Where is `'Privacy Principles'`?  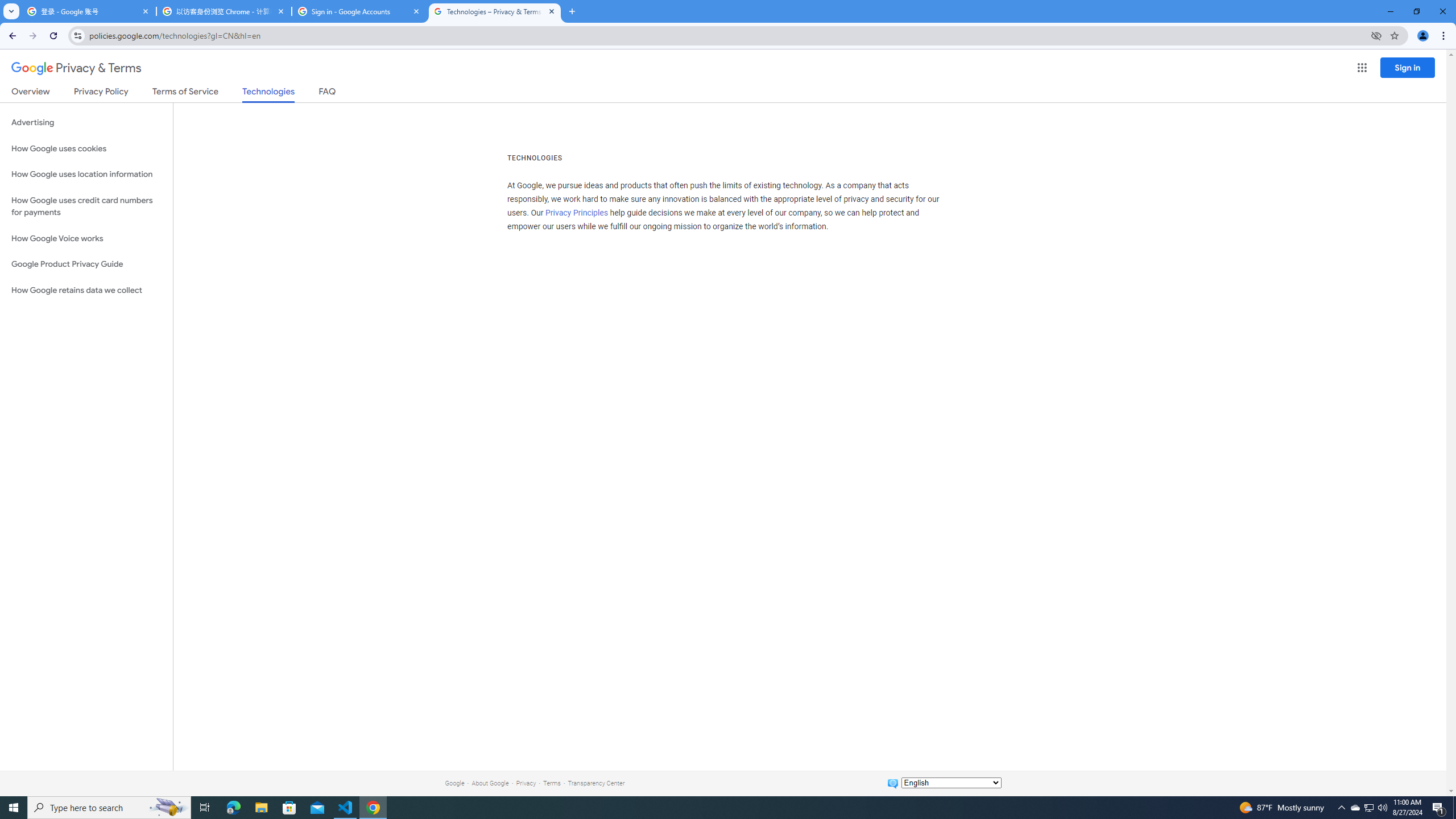
'Privacy Principles' is located at coordinates (577, 213).